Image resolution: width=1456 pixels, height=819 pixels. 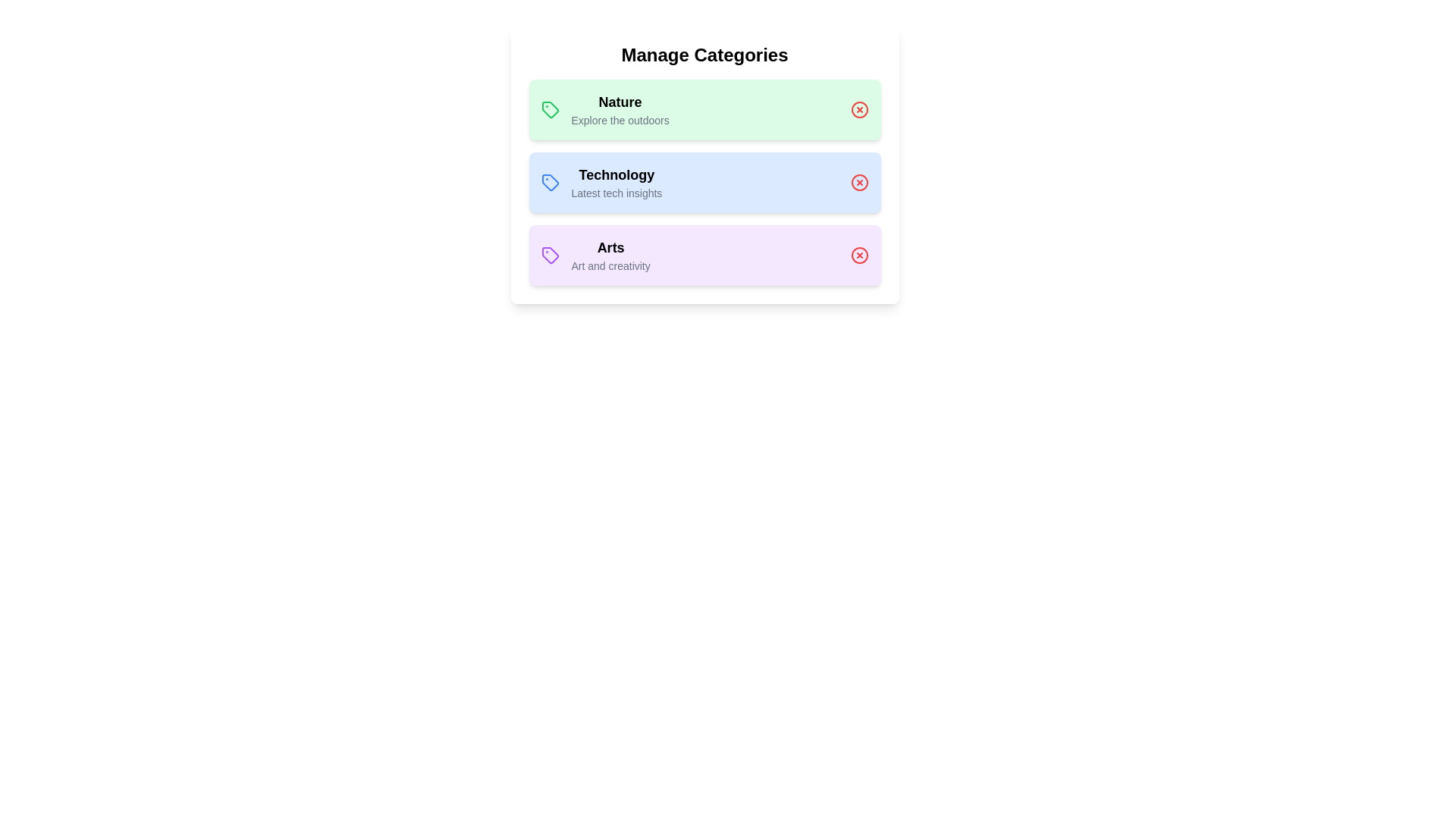 What do you see at coordinates (704, 55) in the screenshot?
I see `the header text 'Manage Categories'` at bounding box center [704, 55].